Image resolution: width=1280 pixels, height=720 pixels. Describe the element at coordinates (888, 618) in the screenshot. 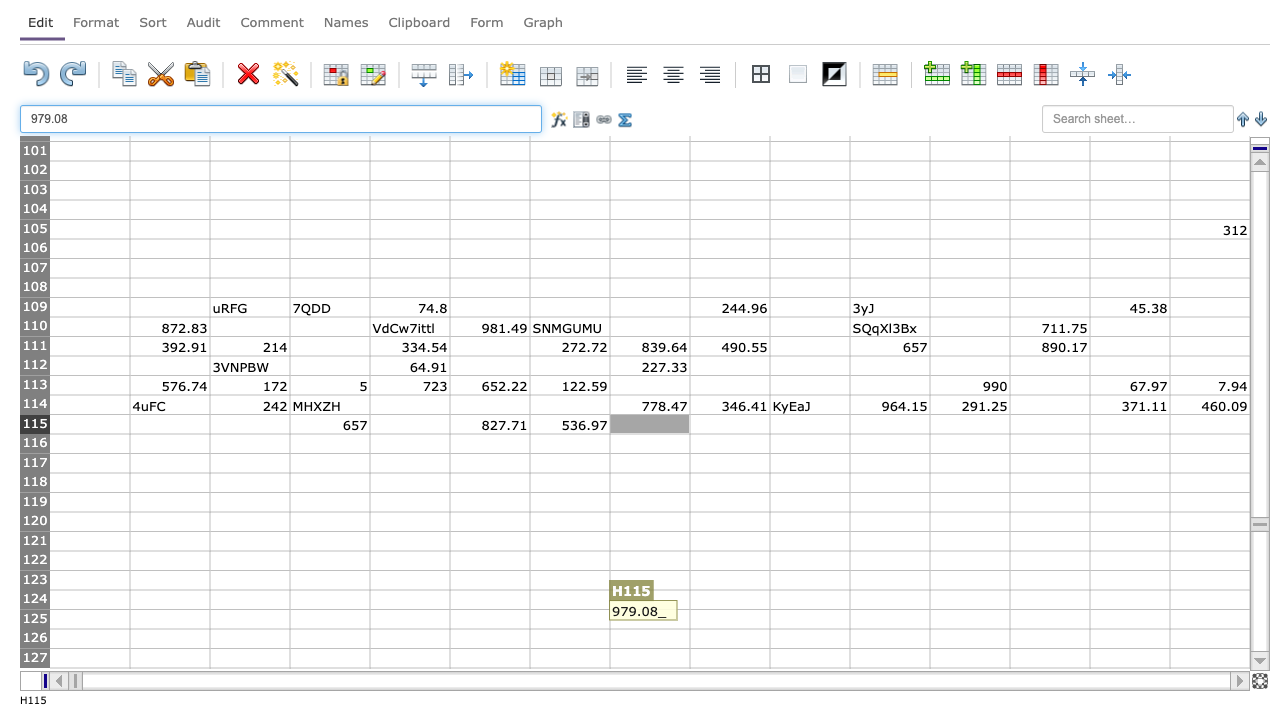

I see `K125` at that location.